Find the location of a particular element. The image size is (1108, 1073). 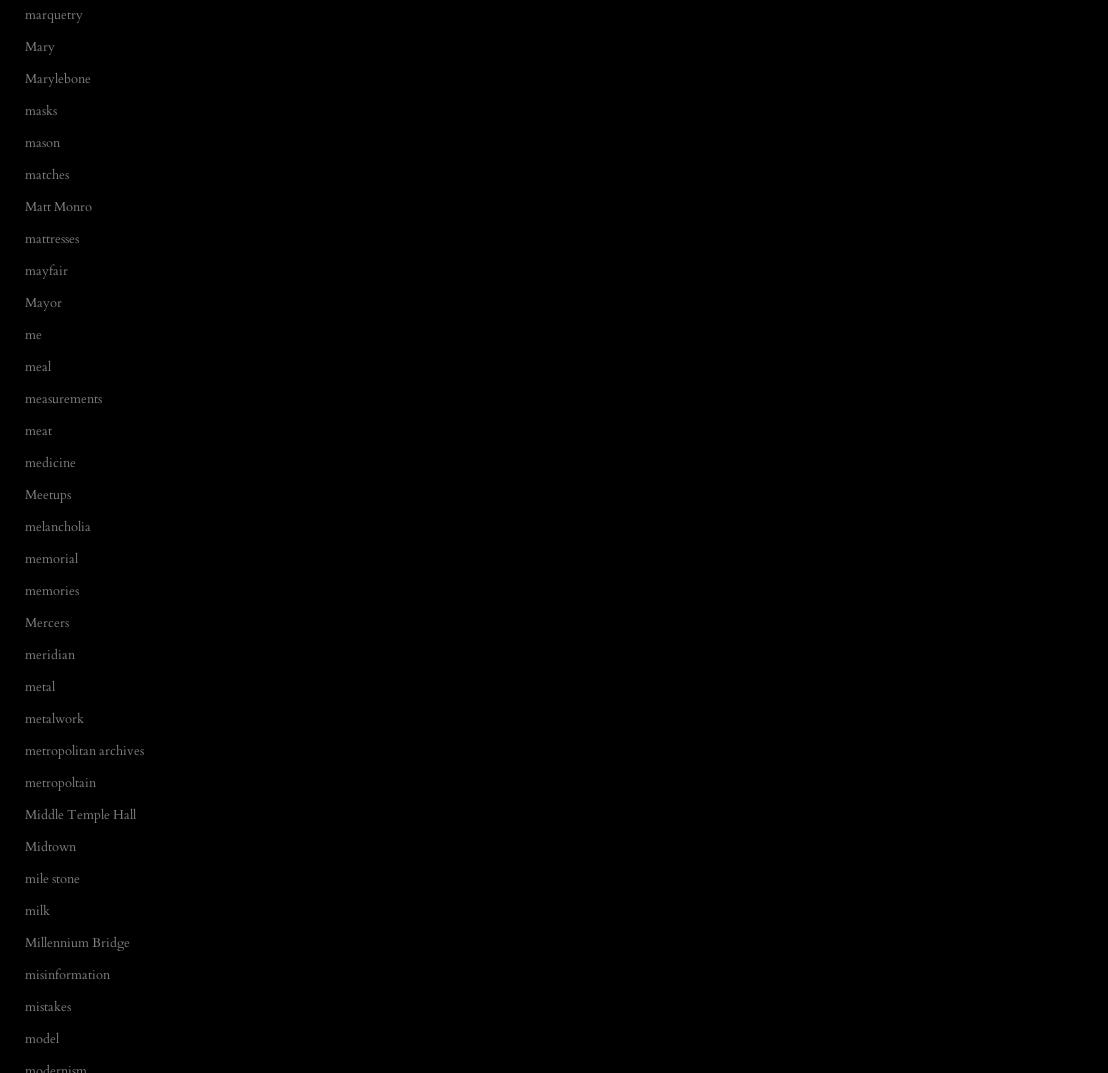

'masks' is located at coordinates (40, 109).